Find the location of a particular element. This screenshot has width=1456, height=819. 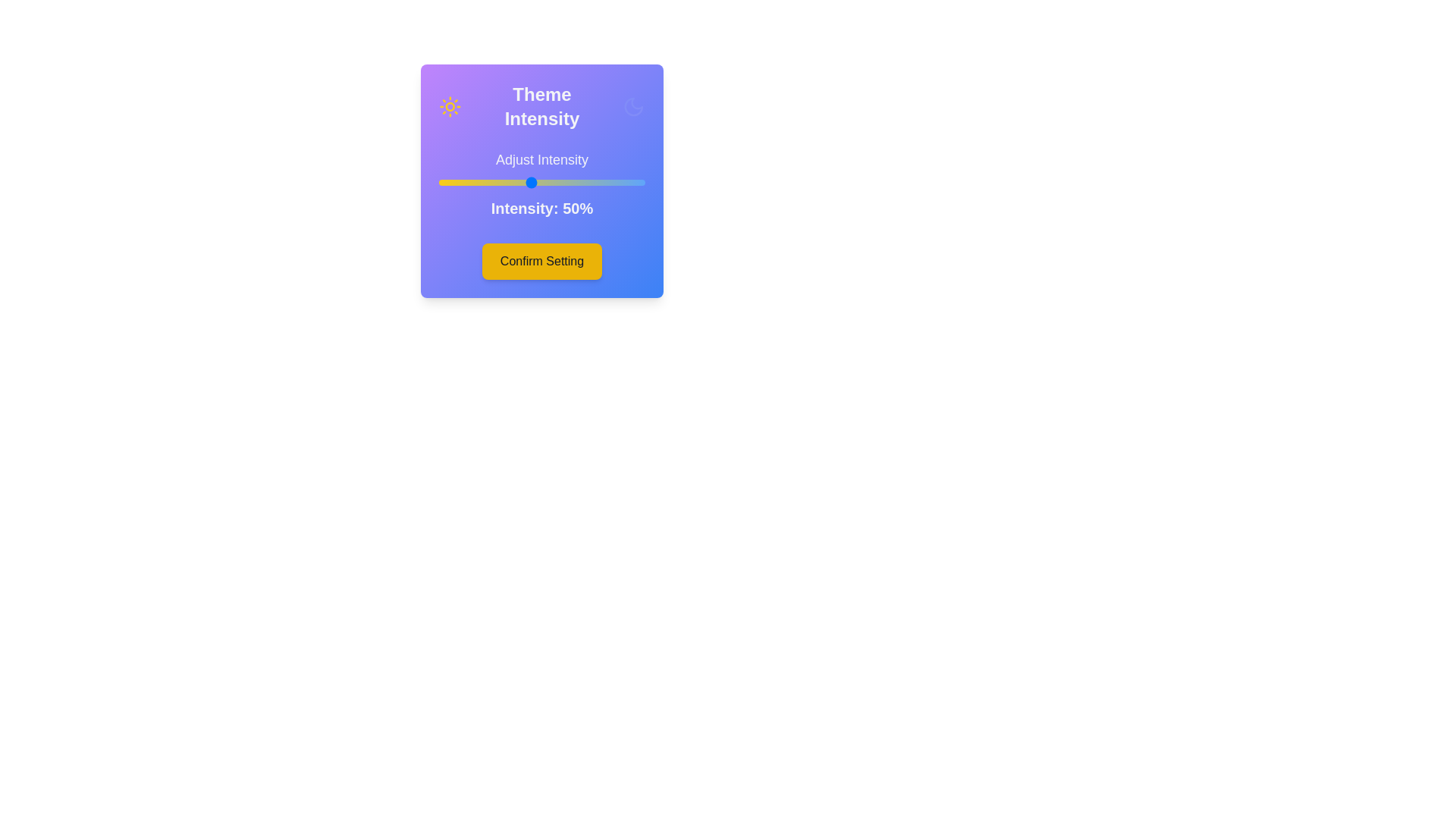

the intensity slider to 79% is located at coordinates (596, 181).